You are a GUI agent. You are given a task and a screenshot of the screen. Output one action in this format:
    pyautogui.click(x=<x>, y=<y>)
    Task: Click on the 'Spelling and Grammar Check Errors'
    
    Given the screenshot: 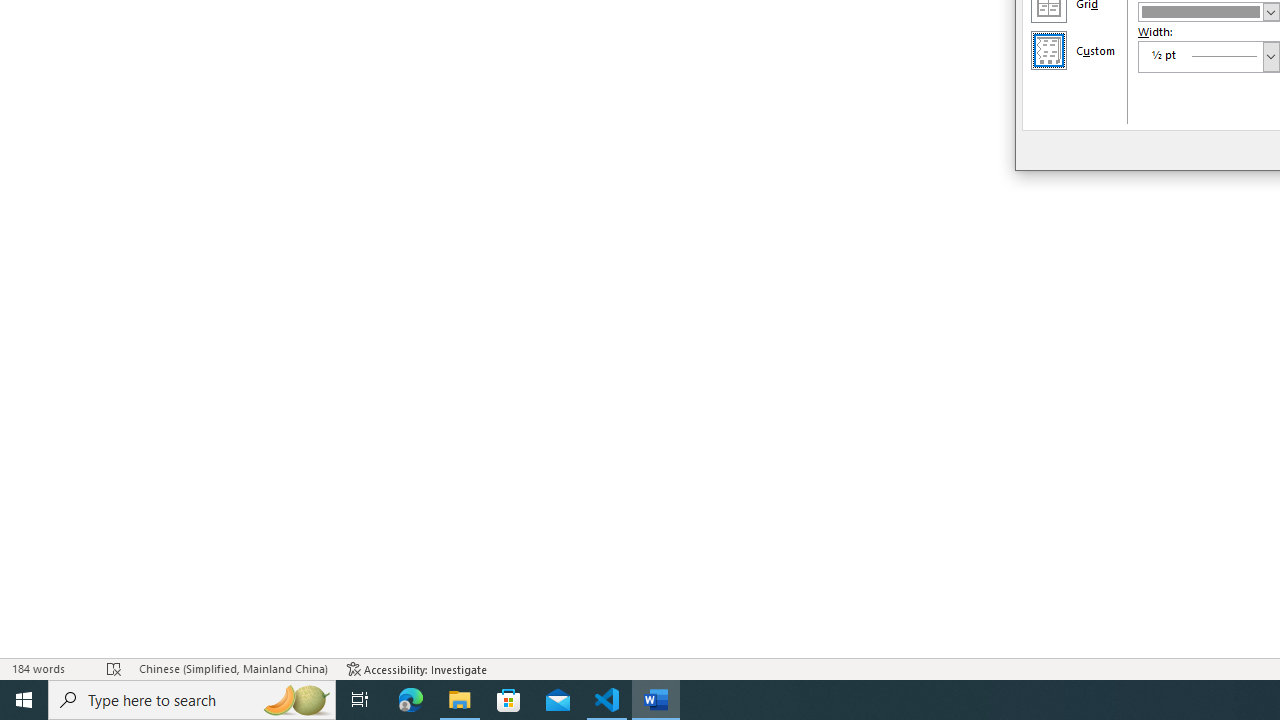 What is the action you would take?
    pyautogui.click(x=113, y=669)
    